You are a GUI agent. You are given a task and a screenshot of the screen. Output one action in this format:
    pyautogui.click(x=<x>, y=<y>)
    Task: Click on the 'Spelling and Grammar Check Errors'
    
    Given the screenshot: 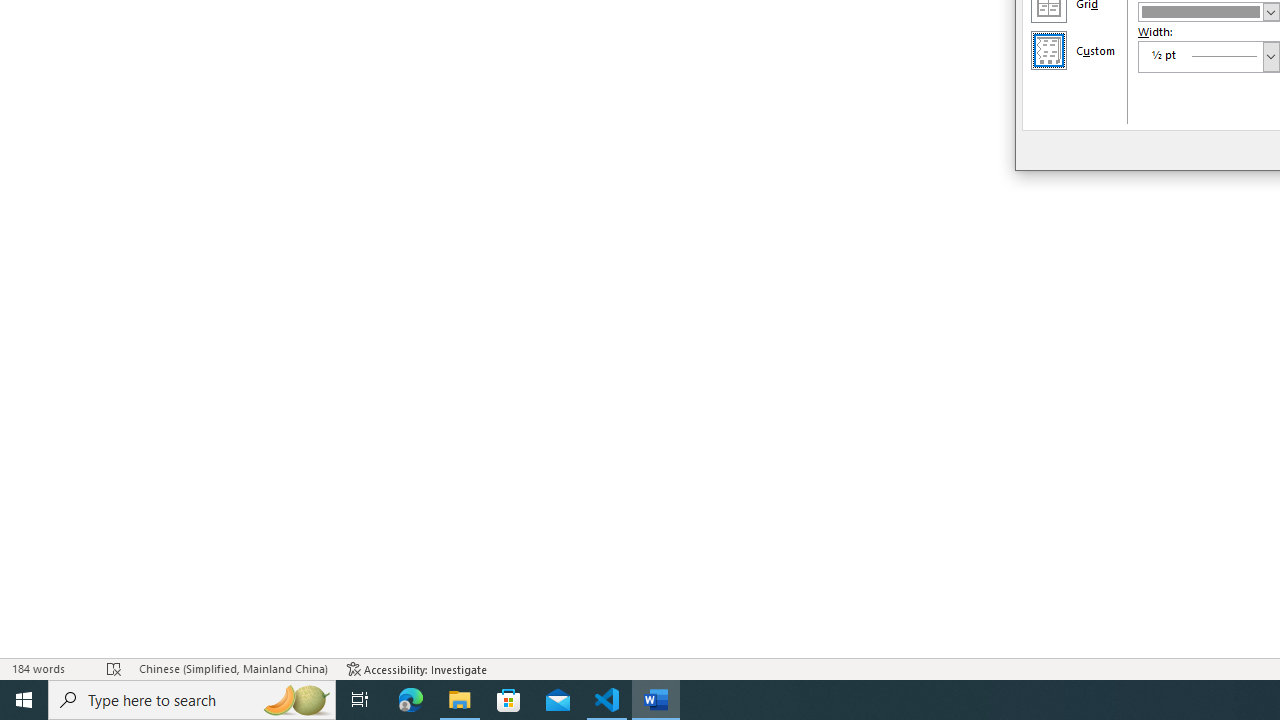 What is the action you would take?
    pyautogui.click(x=113, y=669)
    